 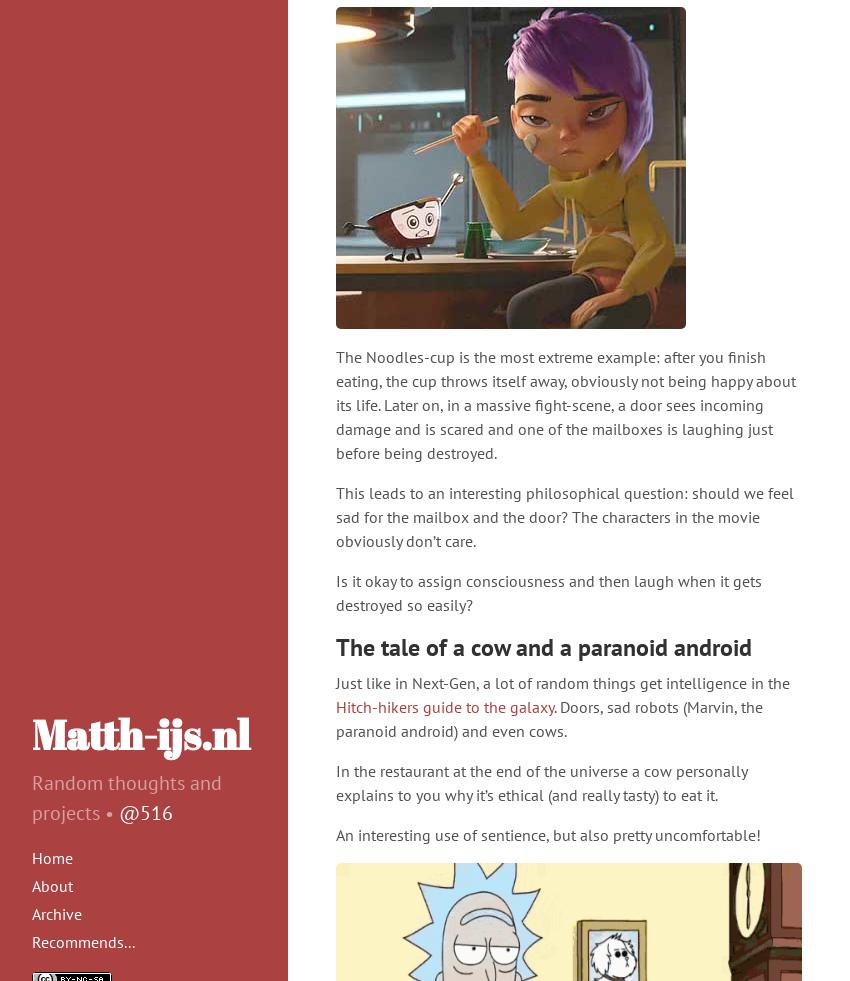 What do you see at coordinates (141, 734) in the screenshot?
I see `'Matth-ijs.nl'` at bounding box center [141, 734].